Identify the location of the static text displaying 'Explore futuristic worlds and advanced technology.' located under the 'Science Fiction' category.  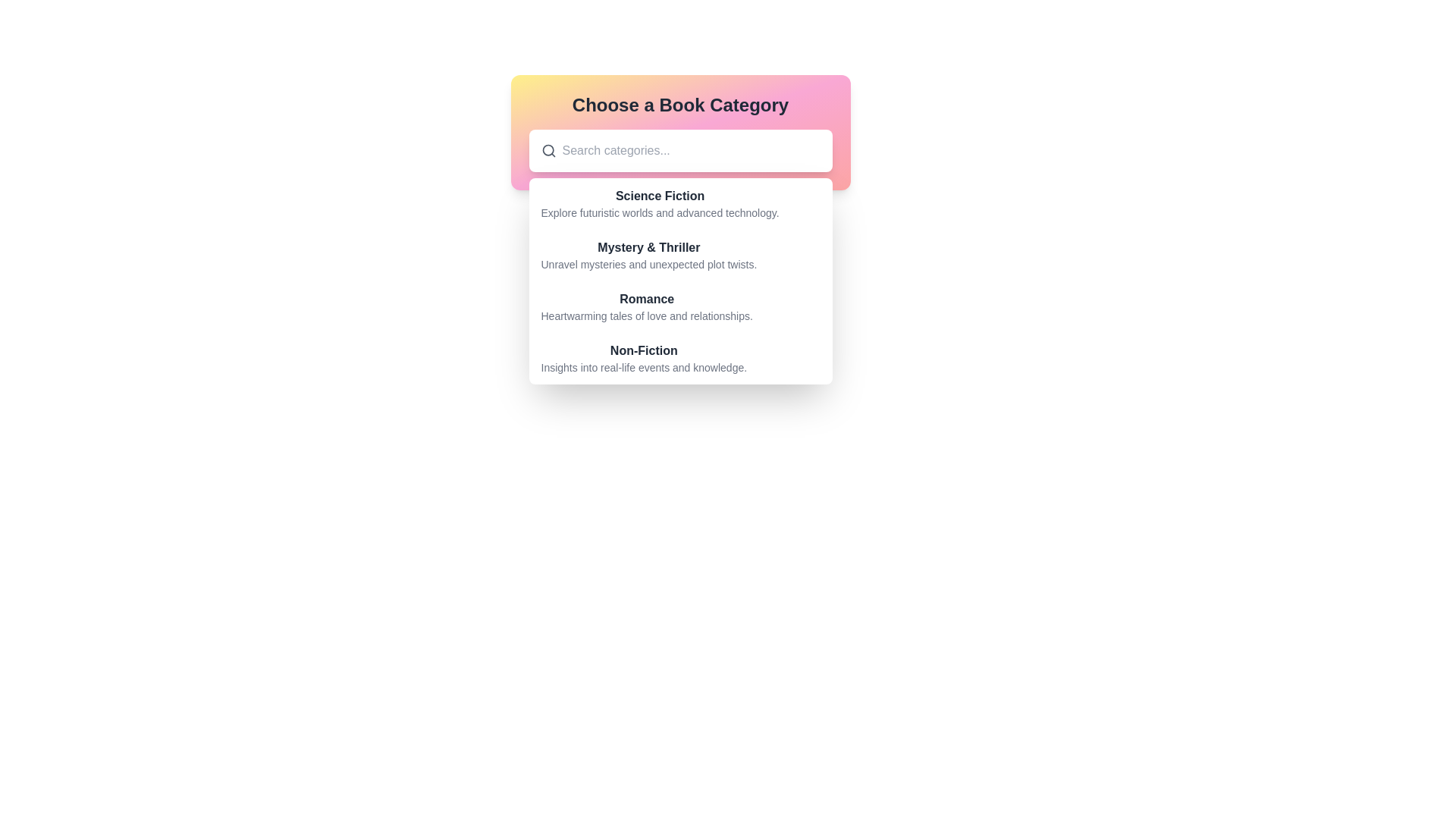
(660, 213).